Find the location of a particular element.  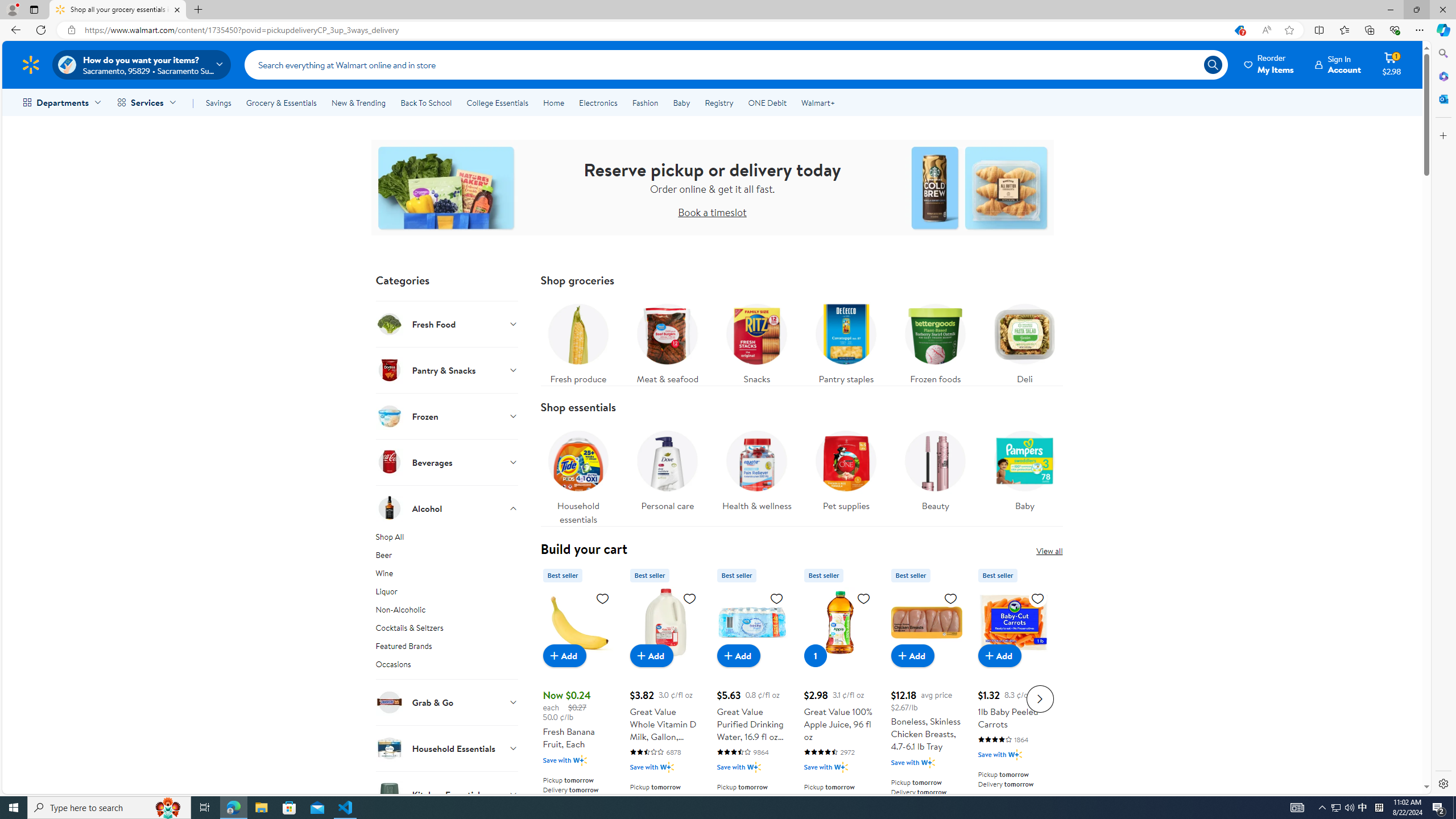

'Add to cart - 1lb Baby Peeled Carrots' is located at coordinates (999, 655).